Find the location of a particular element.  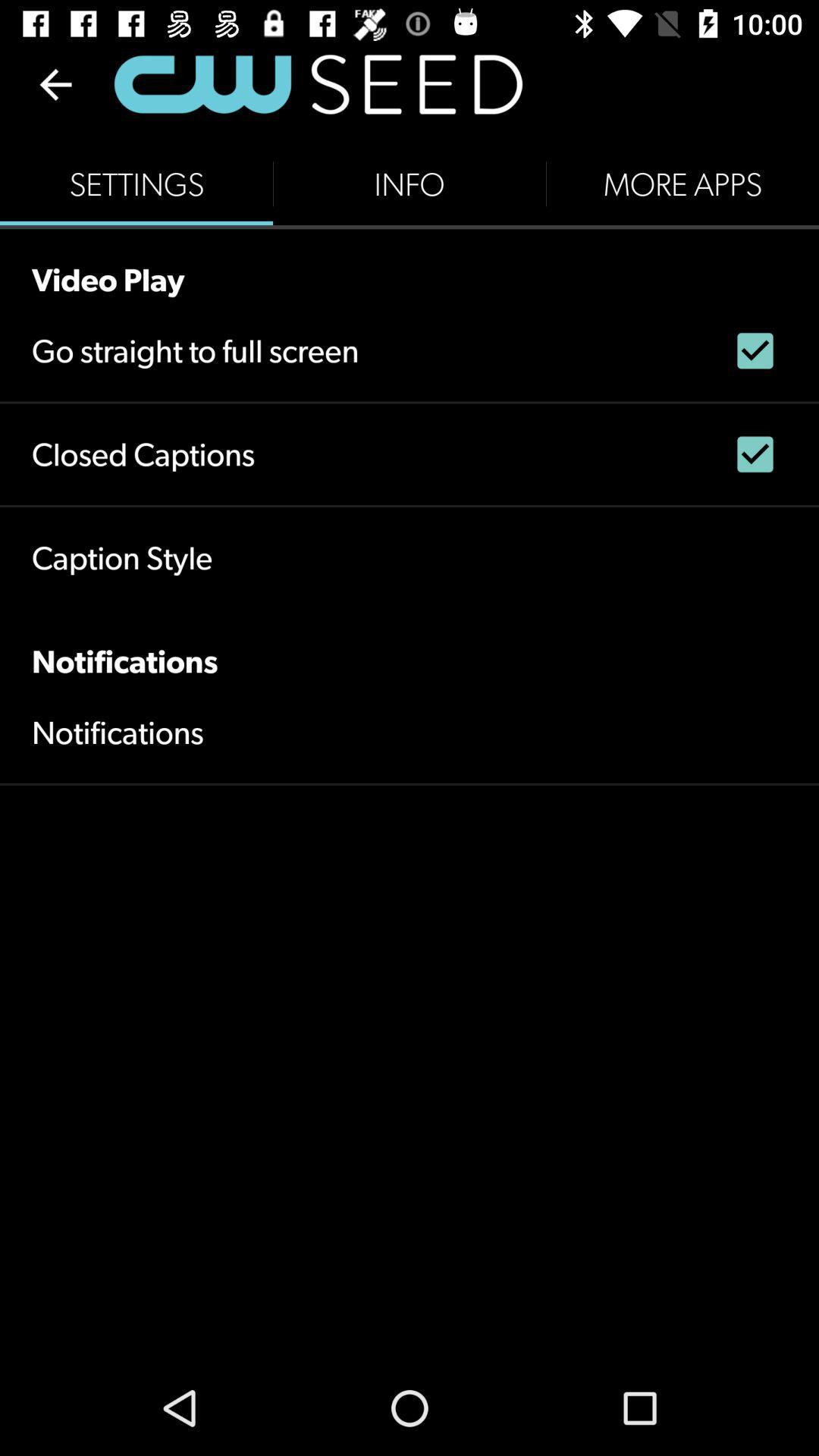

item above the video play is located at coordinates (136, 184).